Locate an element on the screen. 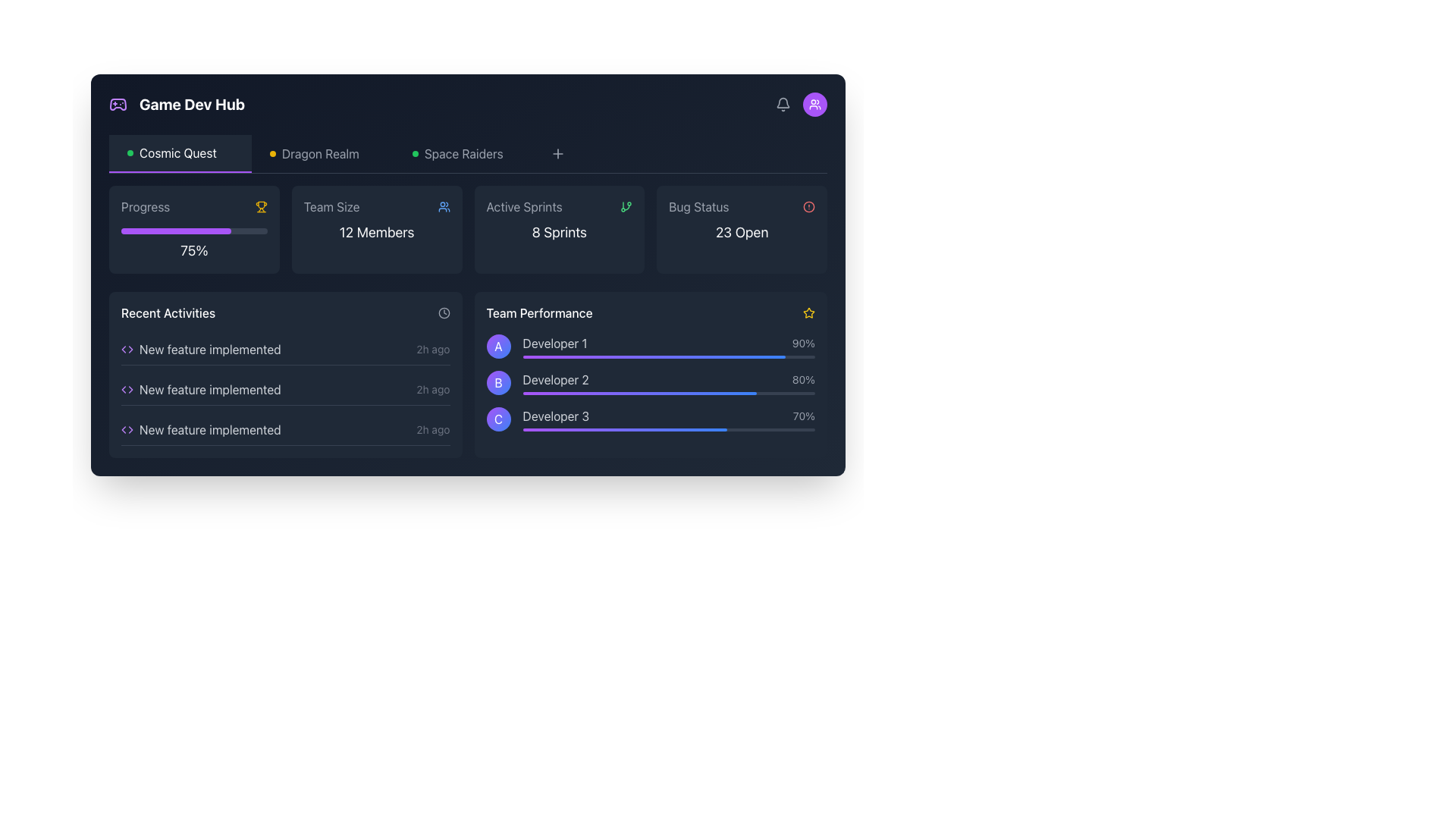 Image resolution: width=1456 pixels, height=819 pixels. the Text label identifying the developer associated with the topmost entry in the team performance list, located under 'Team Performance', aligned with circular label 'A' and percentage '90%.' is located at coordinates (554, 343).